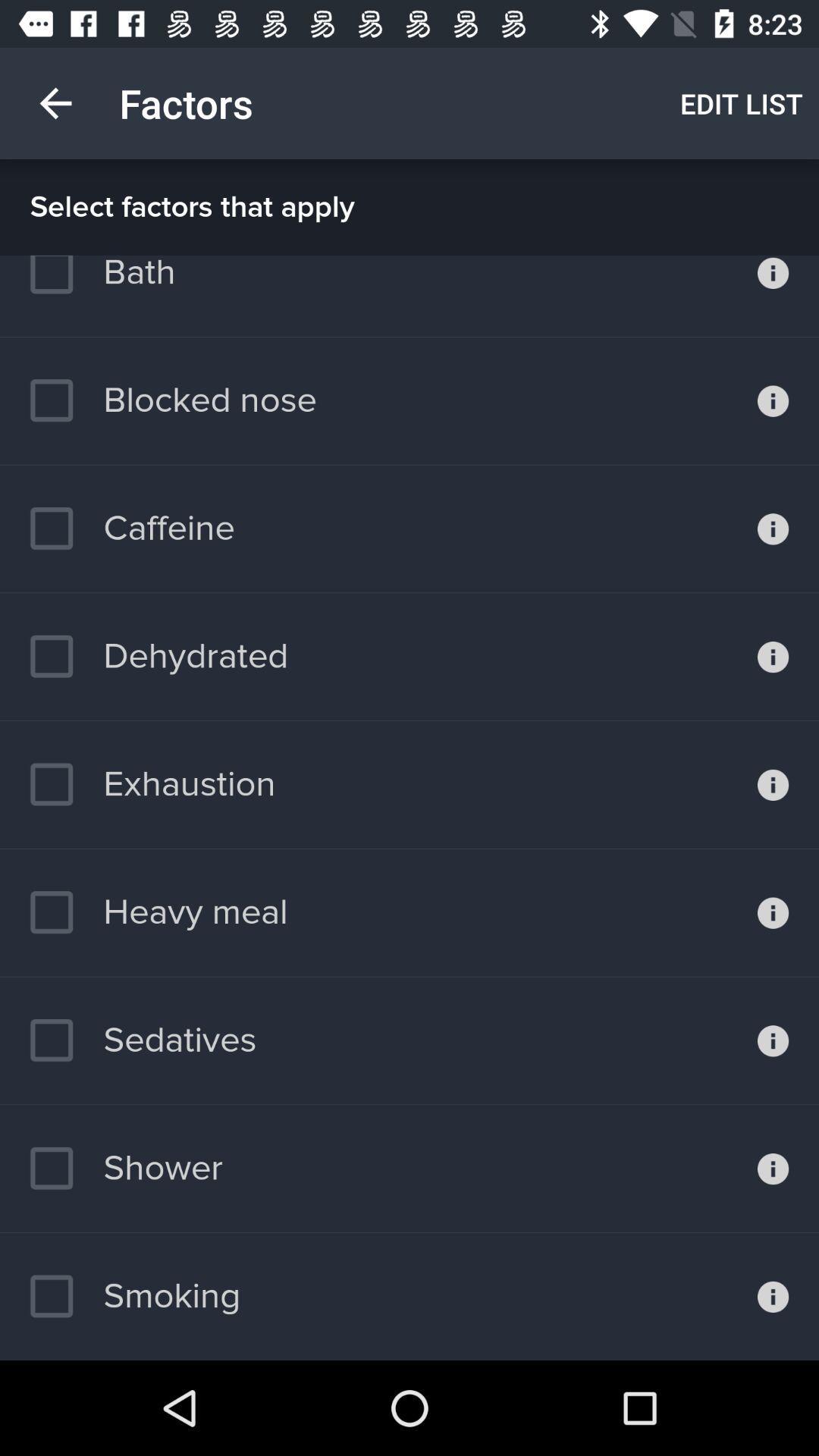 This screenshot has width=819, height=1456. I want to click on open bath information page, so click(773, 296).